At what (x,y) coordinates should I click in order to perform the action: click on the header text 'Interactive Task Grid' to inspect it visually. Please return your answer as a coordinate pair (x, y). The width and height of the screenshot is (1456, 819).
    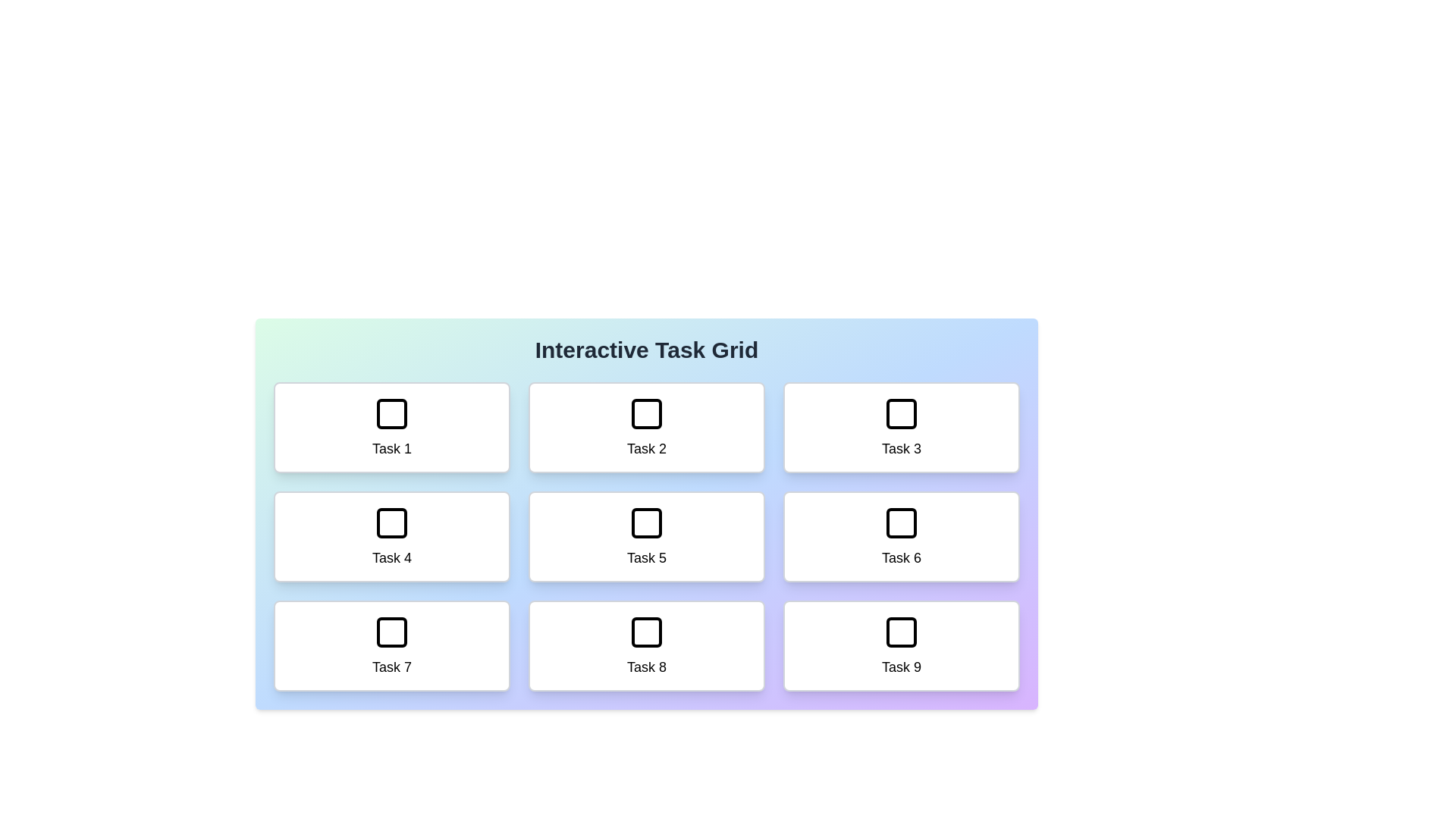
    Looking at the image, I should click on (647, 350).